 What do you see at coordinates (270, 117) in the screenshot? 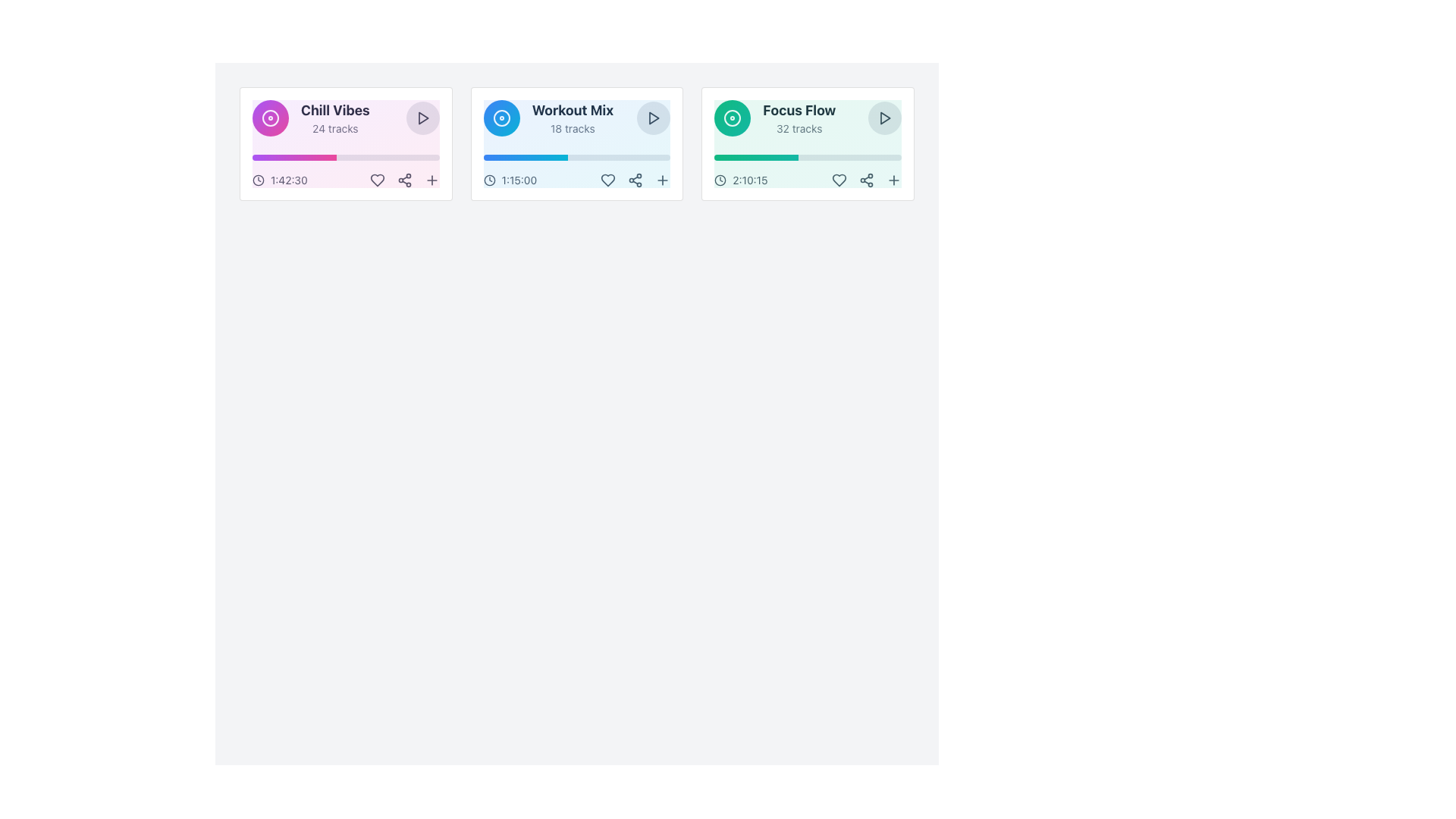
I see `the spinning animation of the loading icon located in the upper-left section of the card labeled 'Chill Vibes'` at bounding box center [270, 117].